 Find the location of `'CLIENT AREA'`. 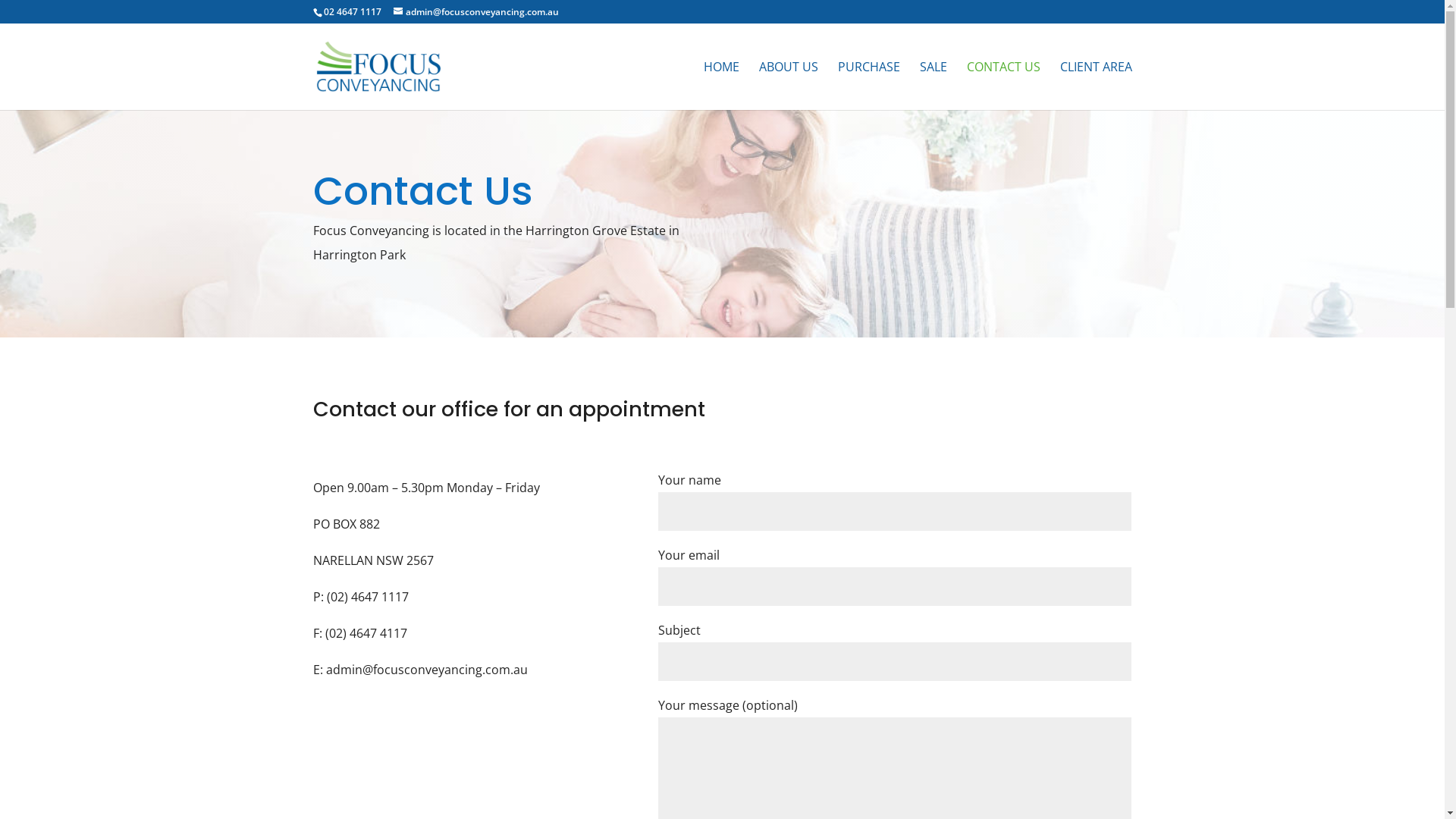

'CLIENT AREA' is located at coordinates (1059, 85).